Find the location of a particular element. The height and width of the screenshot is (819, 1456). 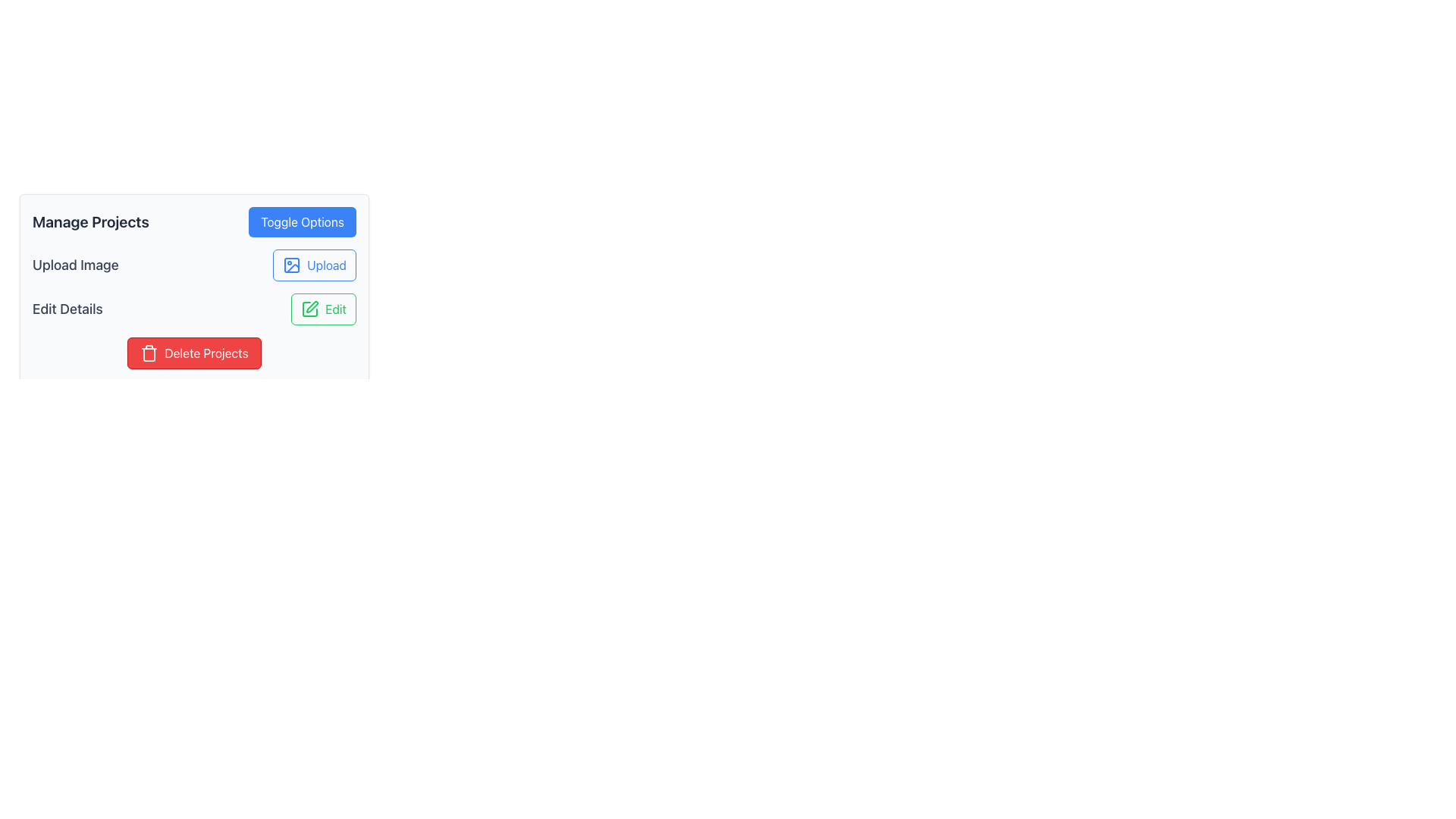

the red 'Delete Projects' button with a trash icon located below the 'Edit Details' button in the 'Manage Projects' panel is located at coordinates (193, 353).